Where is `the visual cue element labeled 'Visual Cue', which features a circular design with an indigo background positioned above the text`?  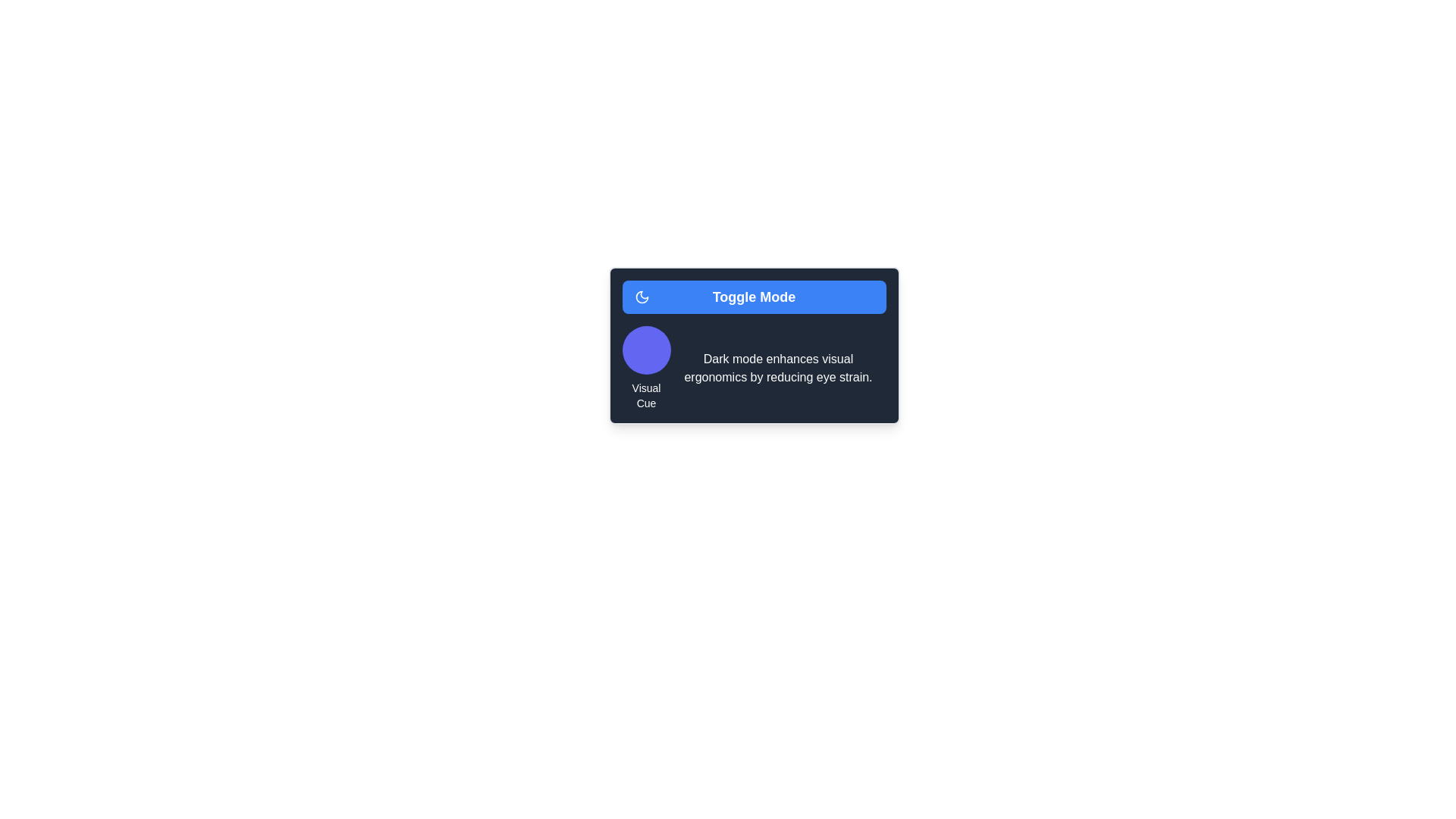
the visual cue element labeled 'Visual Cue', which features a circular design with an indigo background positioned above the text is located at coordinates (646, 369).